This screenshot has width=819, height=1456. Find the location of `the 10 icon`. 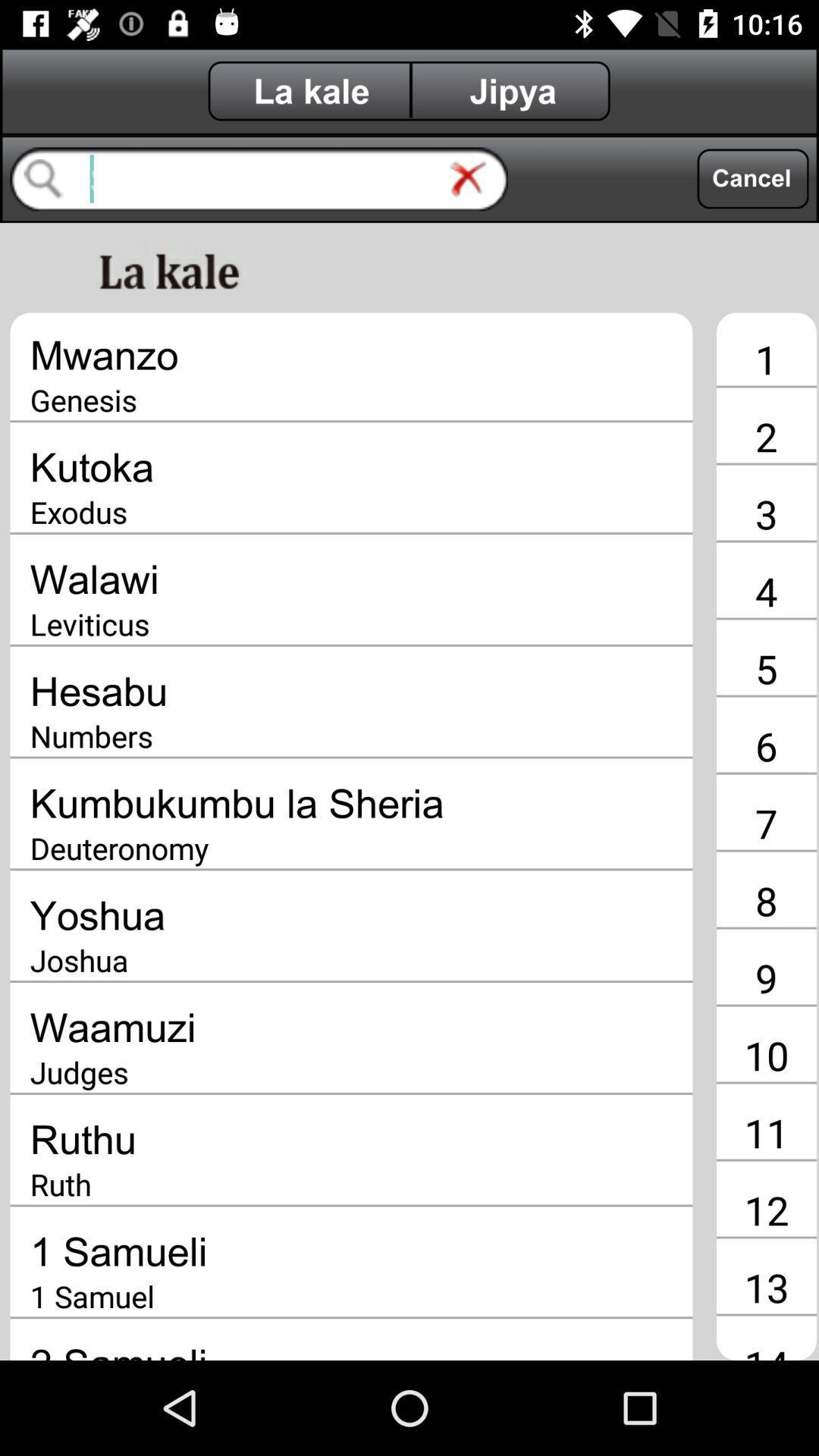

the 10 icon is located at coordinates (766, 1054).